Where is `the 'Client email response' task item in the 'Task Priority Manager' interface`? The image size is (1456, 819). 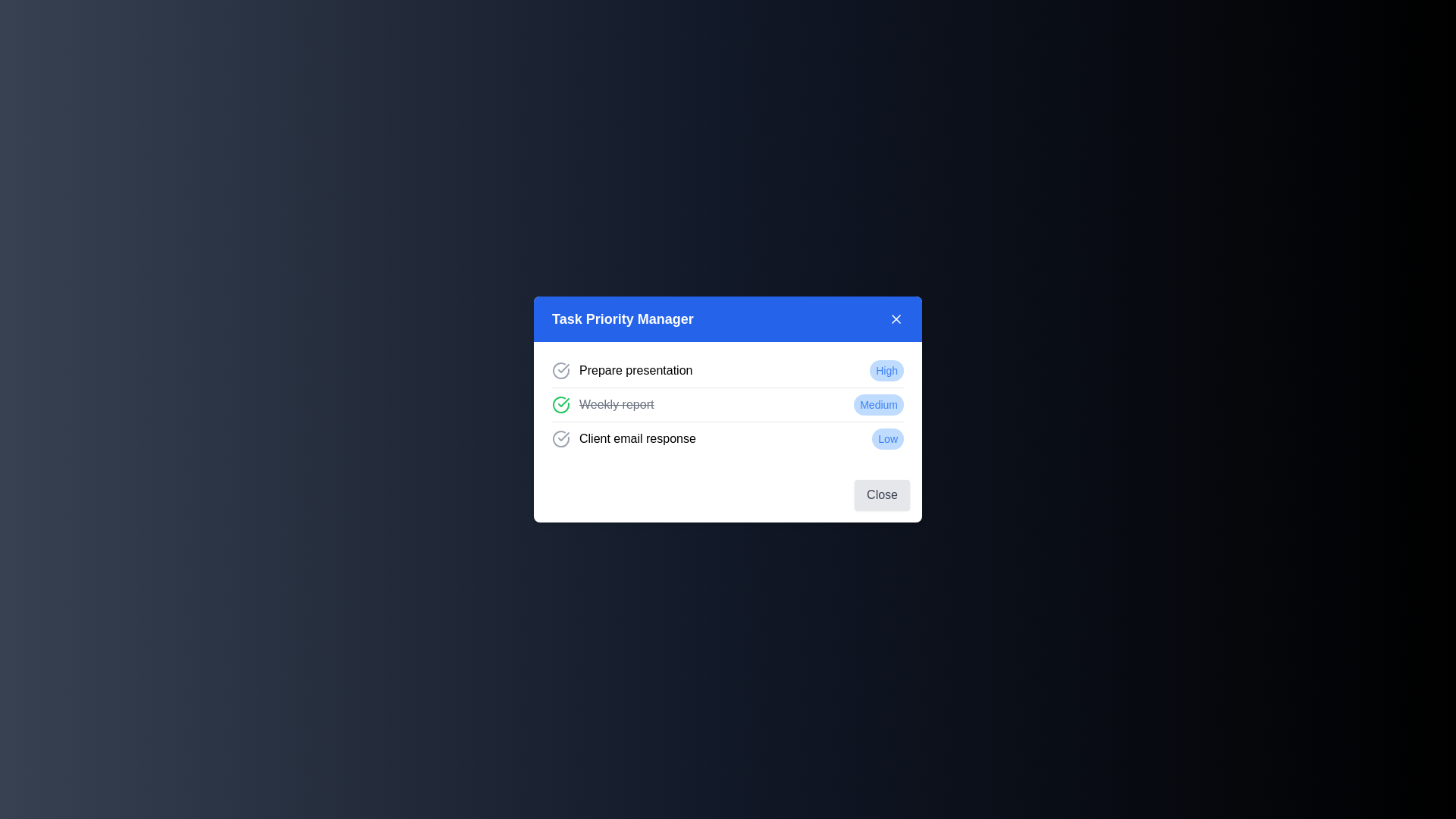 the 'Client email response' task item in the 'Task Priority Manager' interface is located at coordinates (728, 438).